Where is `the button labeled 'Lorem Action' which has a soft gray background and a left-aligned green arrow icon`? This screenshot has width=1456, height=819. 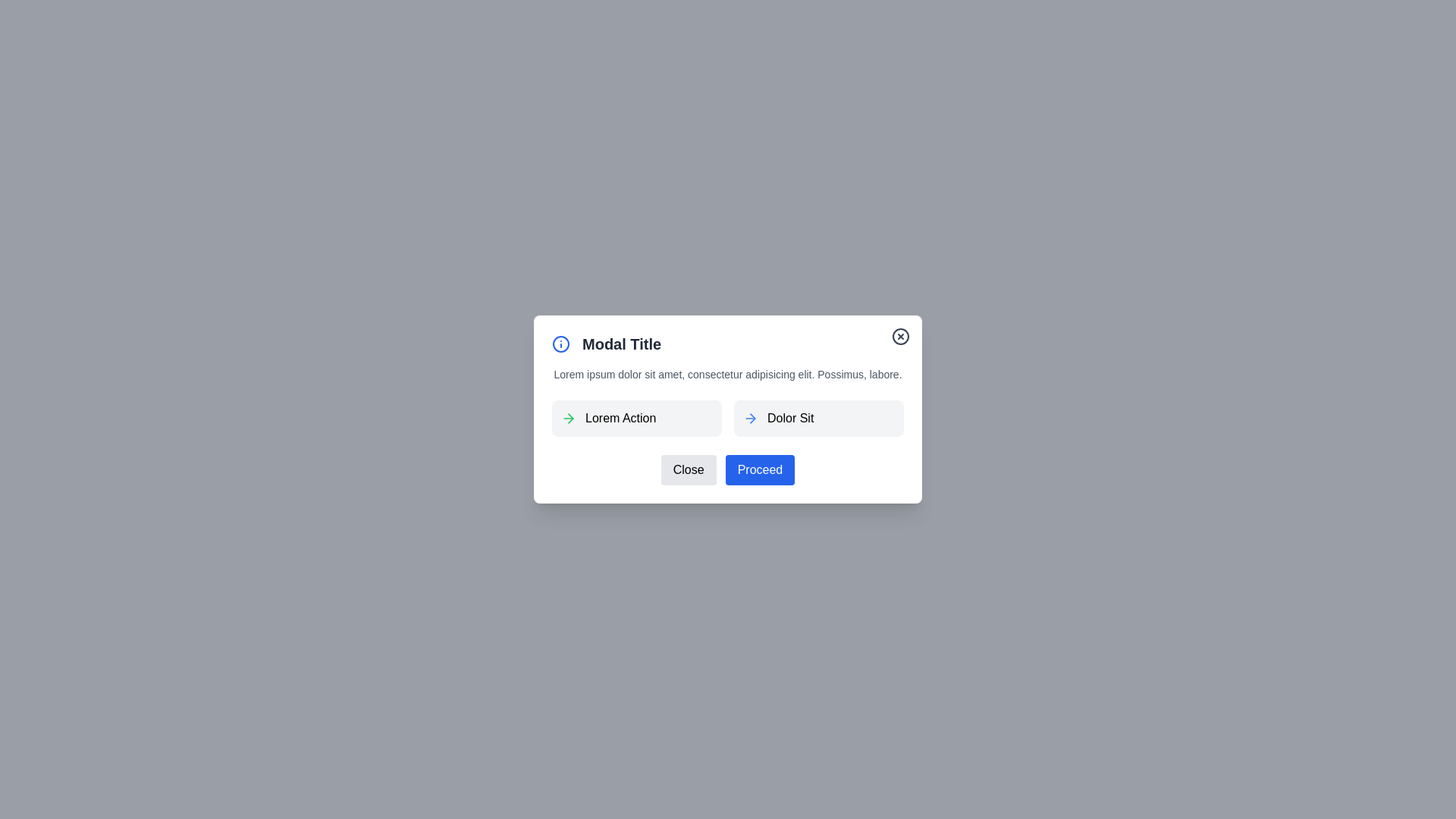 the button labeled 'Lorem Action' which has a soft gray background and a left-aligned green arrow icon is located at coordinates (637, 418).